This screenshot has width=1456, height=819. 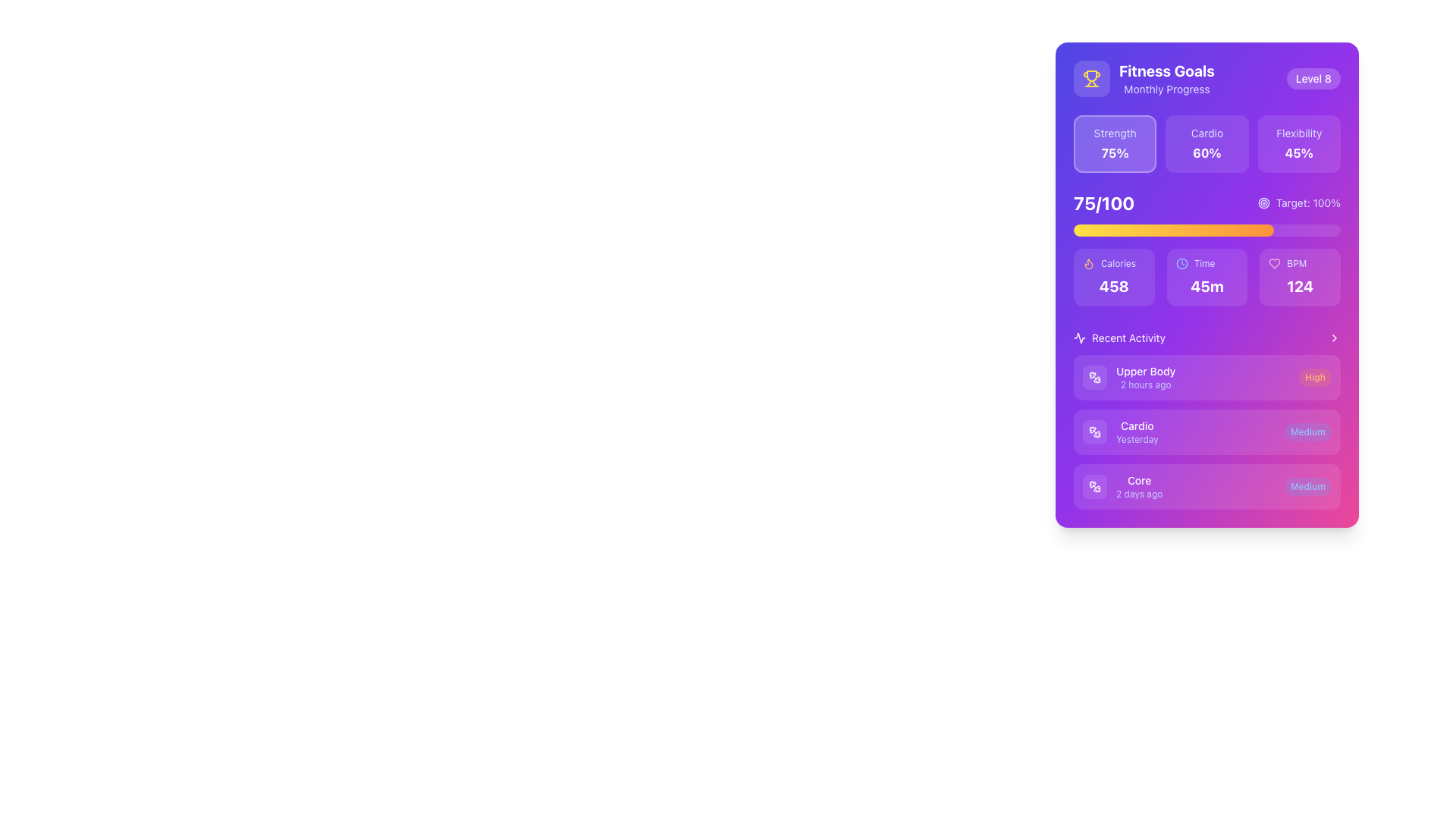 What do you see at coordinates (1095, 432) in the screenshot?
I see `the SVG icon representing the 'Cardio' activity located in the second row of the 'Recent Activity' section on the purple card interface` at bounding box center [1095, 432].